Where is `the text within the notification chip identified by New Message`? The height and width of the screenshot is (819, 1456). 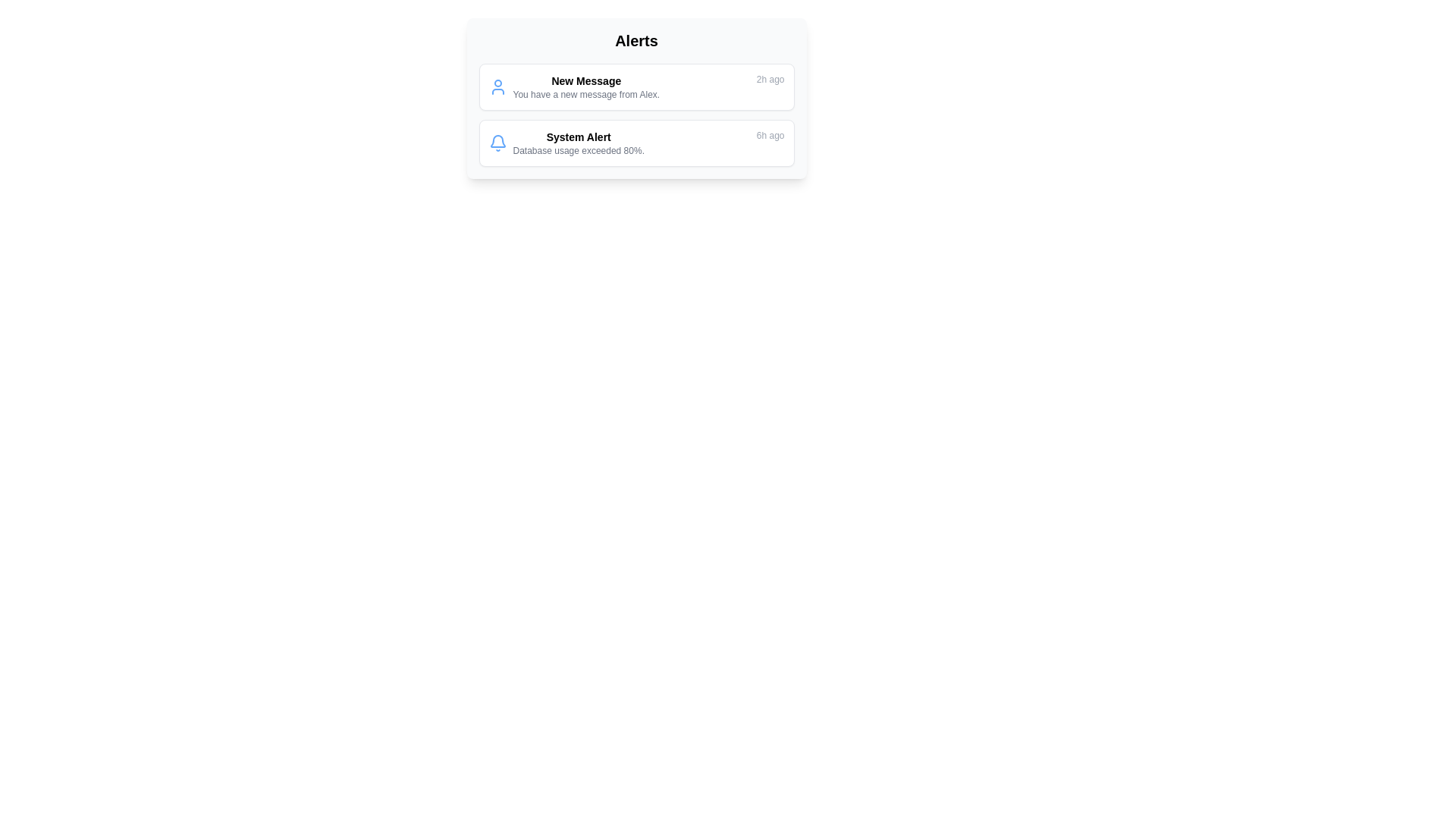
the text within the notification chip identified by New Message is located at coordinates (573, 87).